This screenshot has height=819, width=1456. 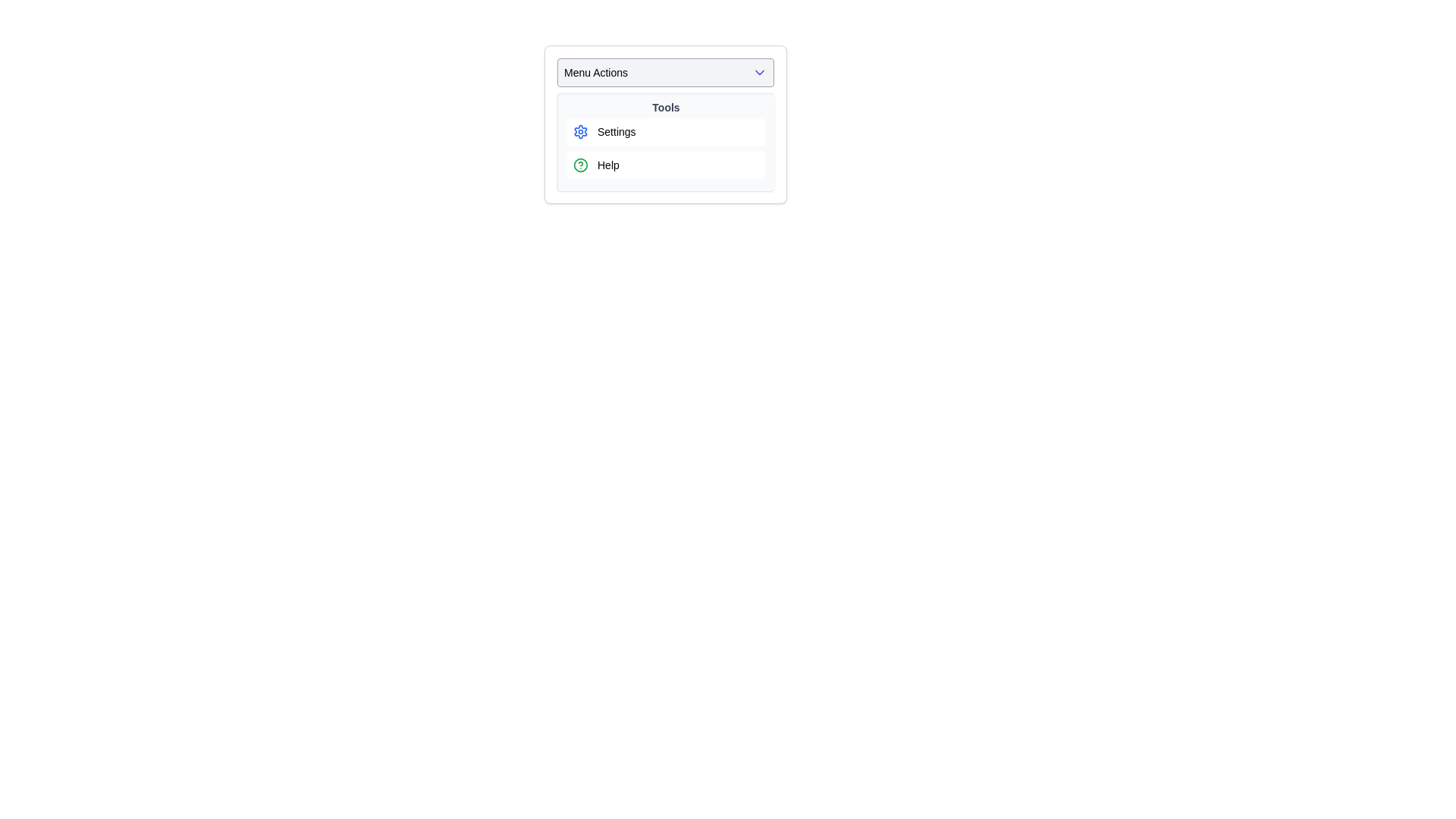 I want to click on the circular outline of the 'Help' menu option icon, which serves as a decorative element in the dropdown menu under 'Menu Actions', so click(x=580, y=165).